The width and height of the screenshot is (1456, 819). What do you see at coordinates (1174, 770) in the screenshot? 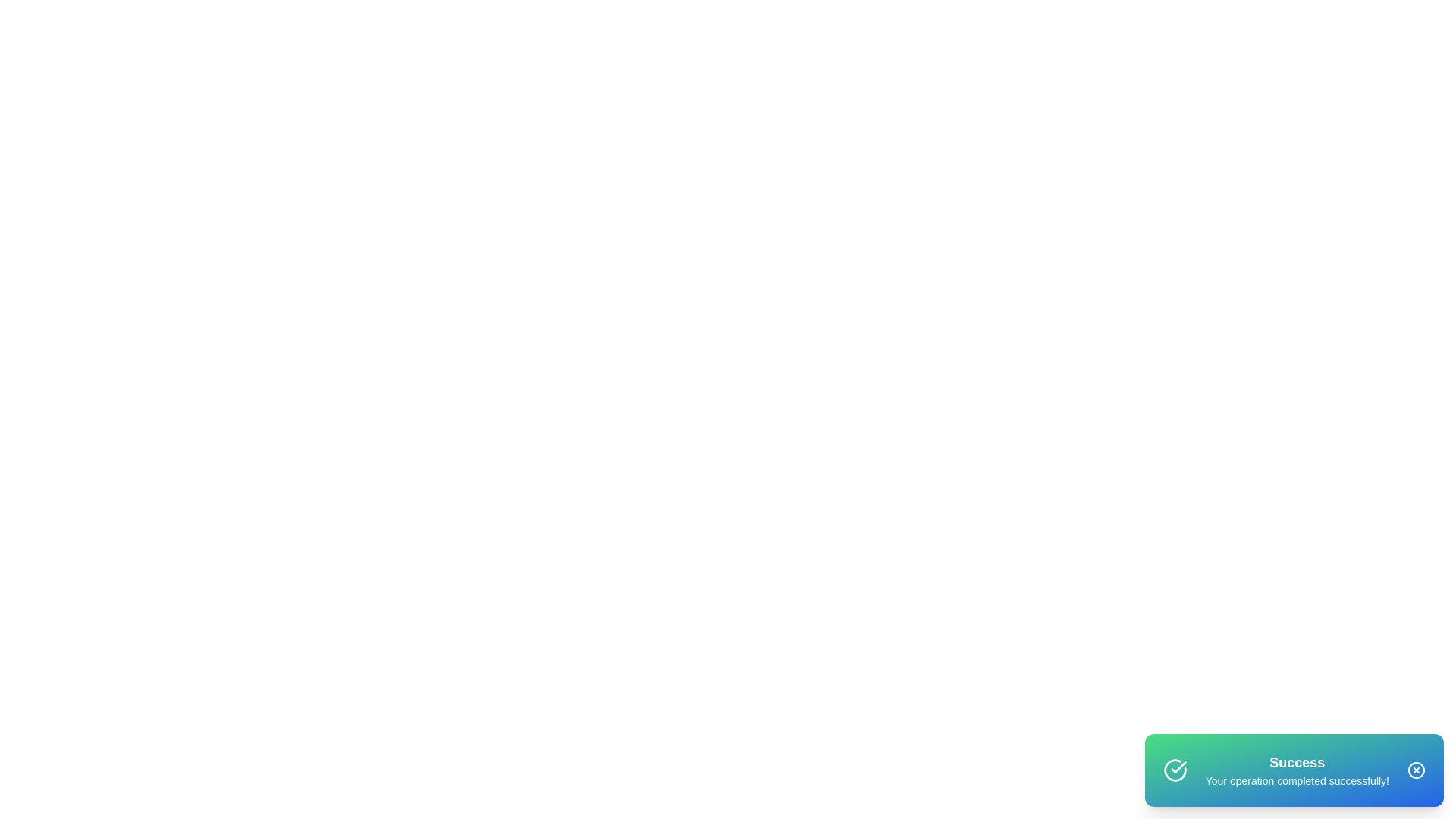
I see `the checkmark icon in the snackbar to understand its affordance` at bounding box center [1174, 770].